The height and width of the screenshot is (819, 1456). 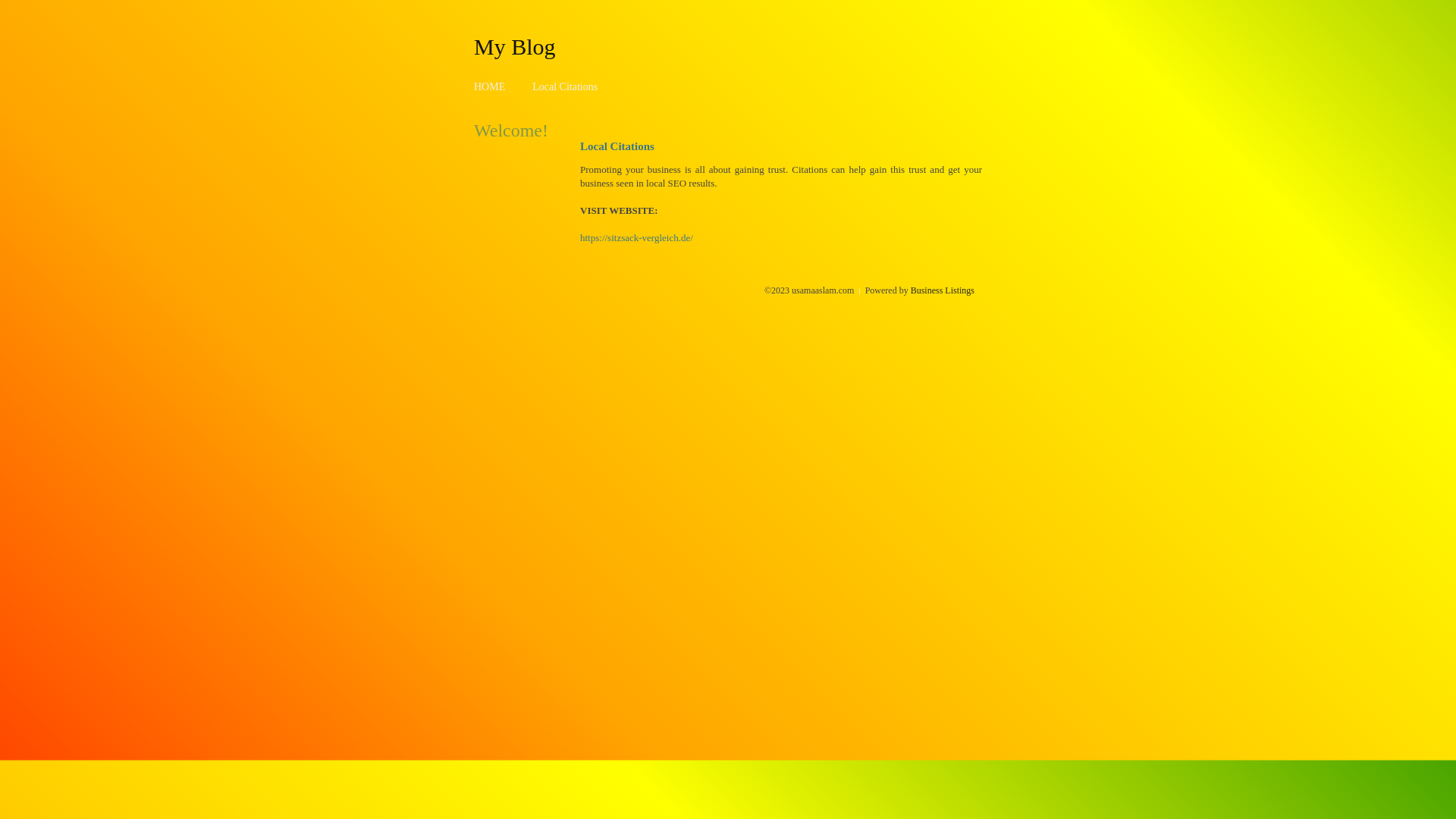 I want to click on 'https://sitzsack-vergleich.de/', so click(x=636, y=237).